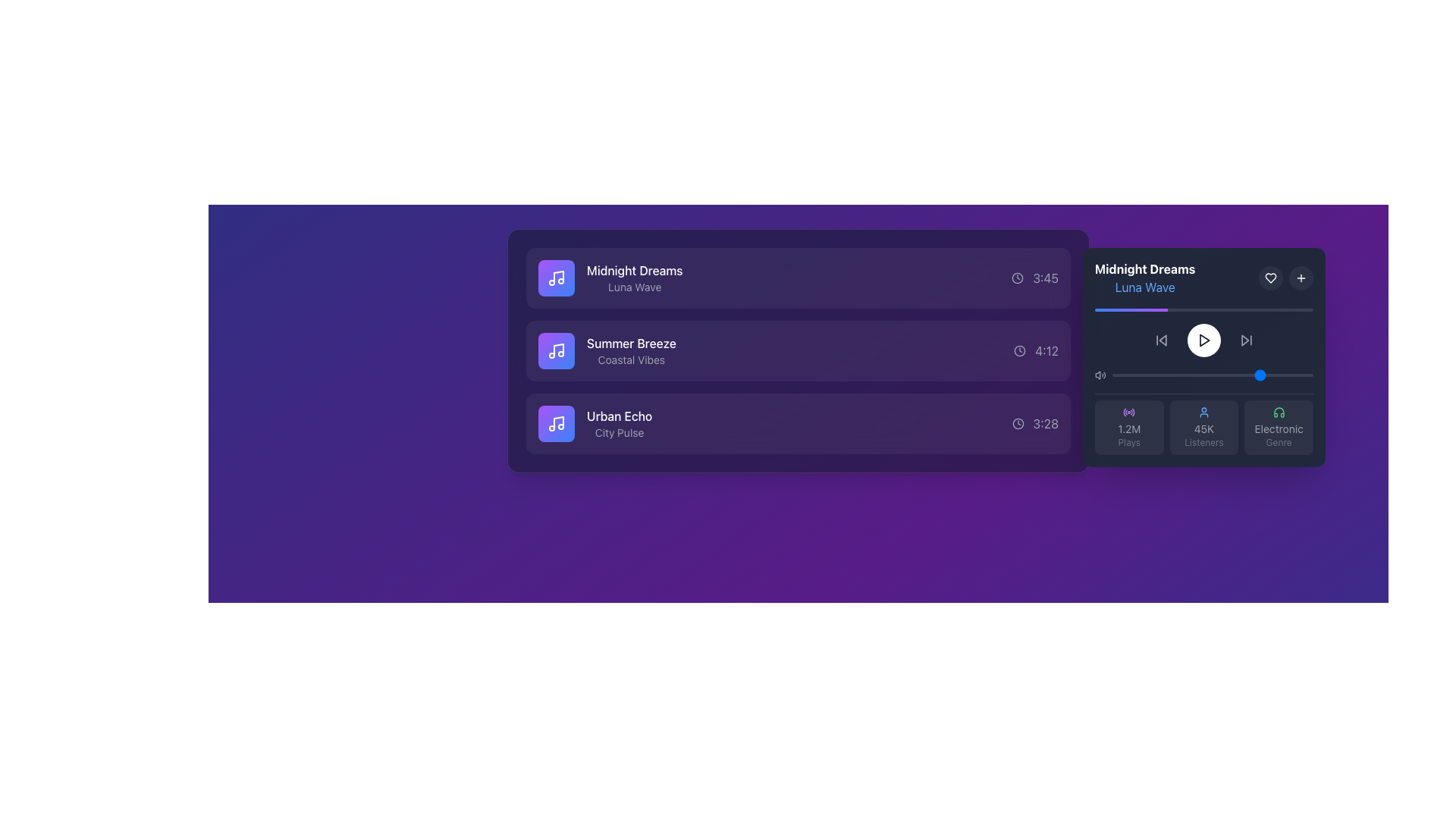 Image resolution: width=1456 pixels, height=819 pixels. What do you see at coordinates (556, 350) in the screenshot?
I see `the music note icon, which is a white stroke icon within a circular gradient background, located to the left of the 'Midnight Dreams' title` at bounding box center [556, 350].